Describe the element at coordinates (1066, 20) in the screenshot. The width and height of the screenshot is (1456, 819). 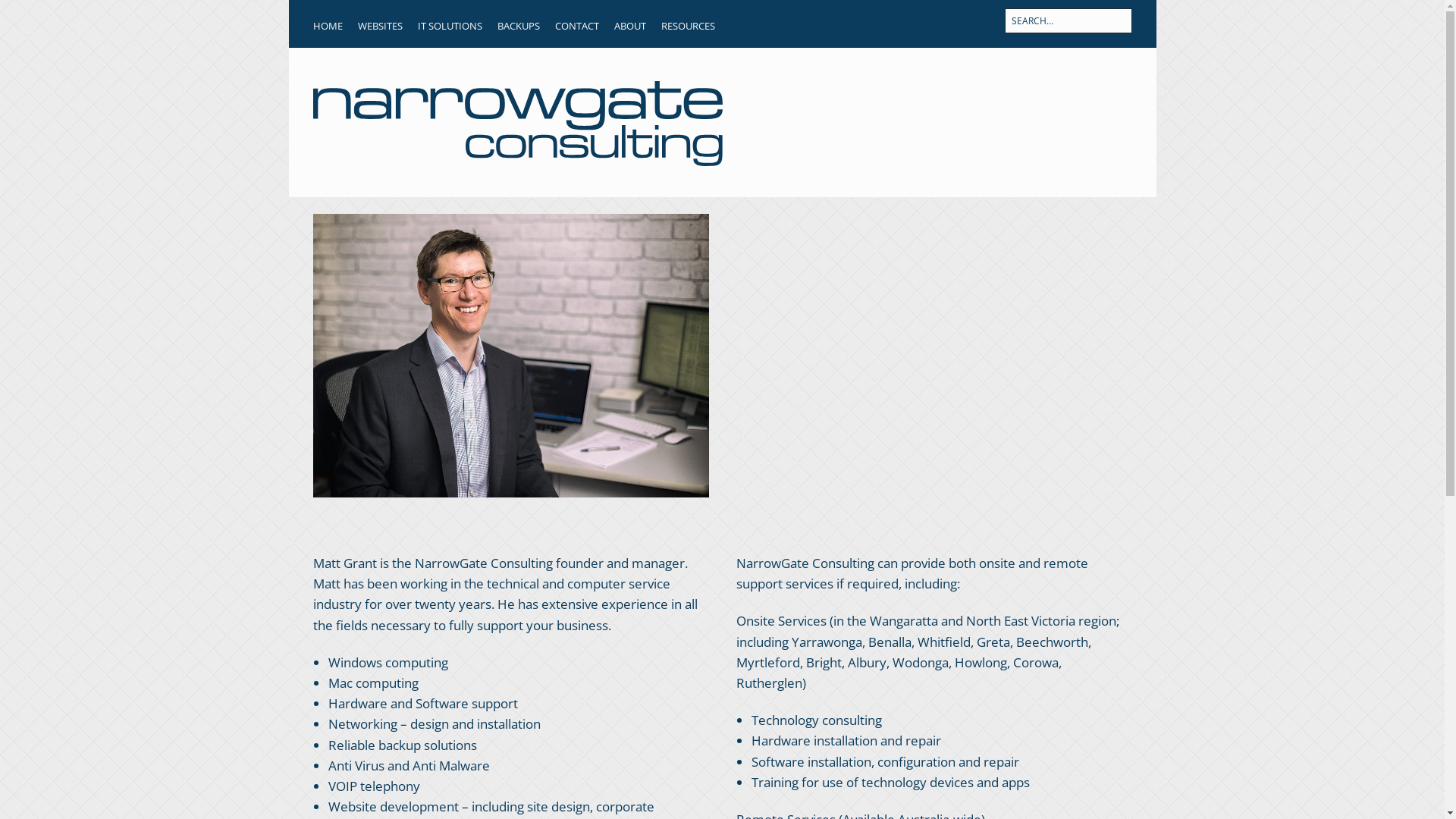
I see `'Press Enter to submit your search'` at that location.